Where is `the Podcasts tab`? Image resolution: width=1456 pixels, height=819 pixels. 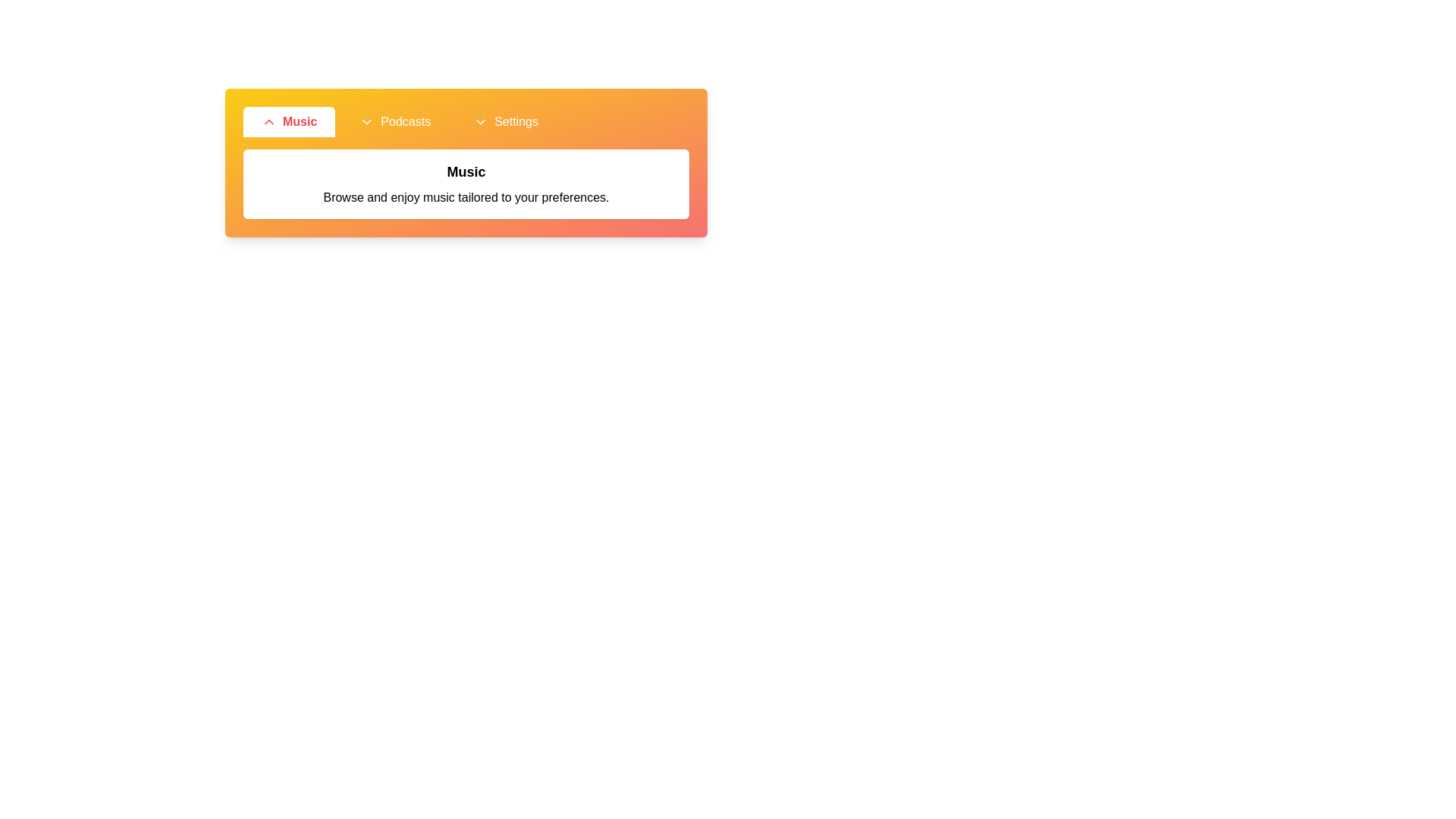
the Podcasts tab is located at coordinates (395, 121).